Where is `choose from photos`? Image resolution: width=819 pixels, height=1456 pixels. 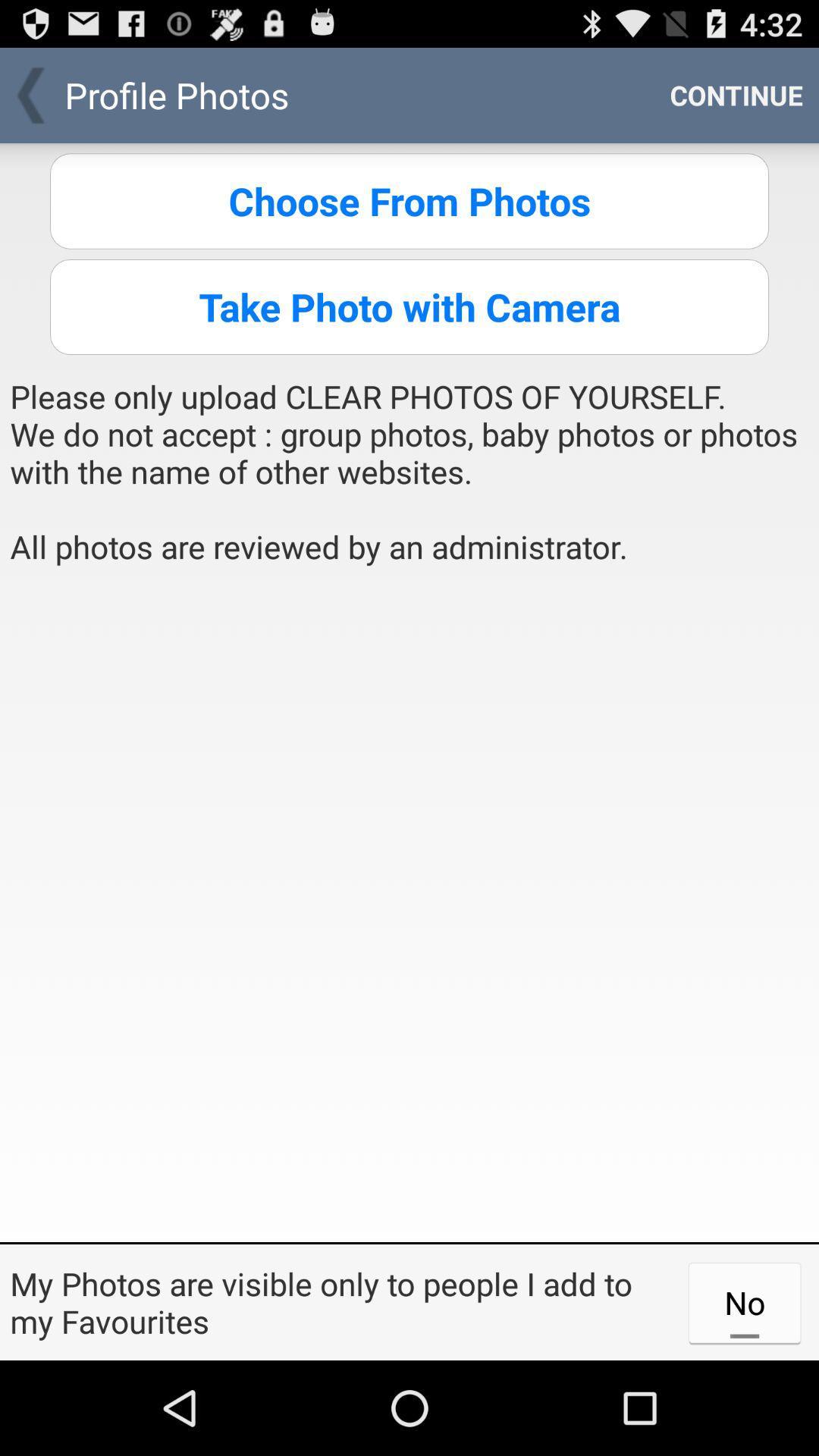
choose from photos is located at coordinates (409, 200).